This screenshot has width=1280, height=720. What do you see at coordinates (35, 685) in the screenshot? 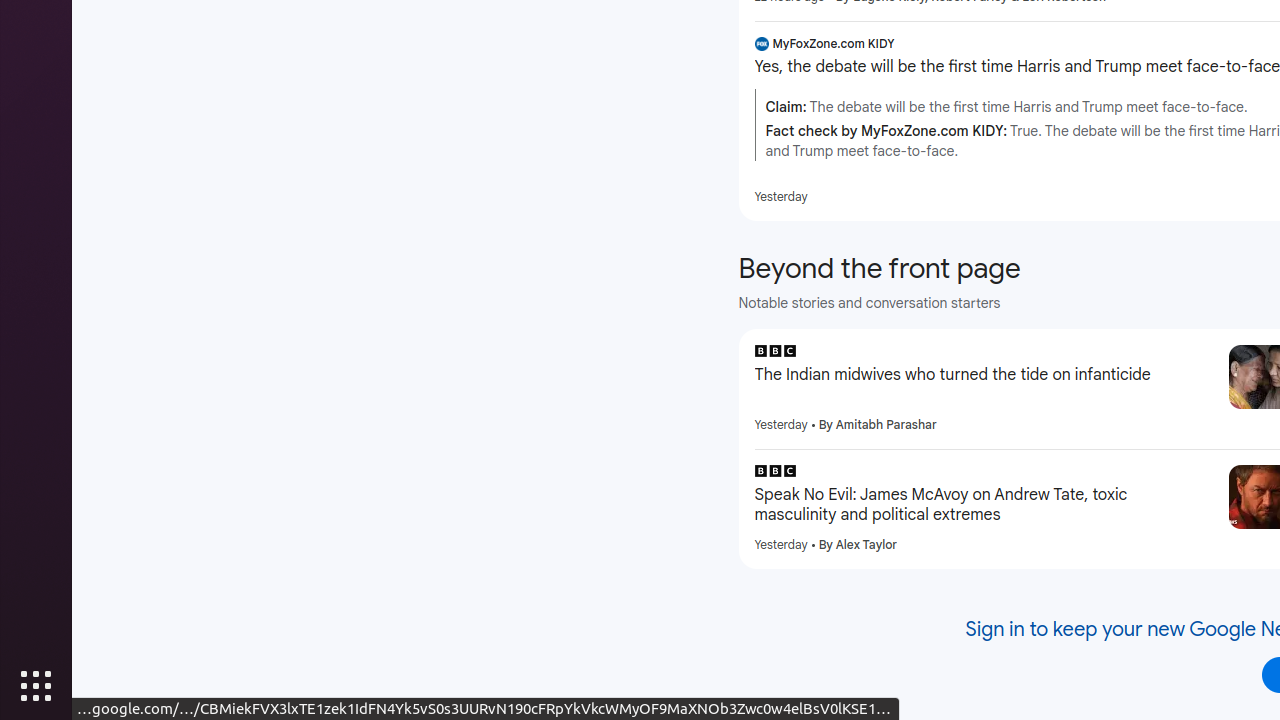
I see `'Show Applications'` at bounding box center [35, 685].